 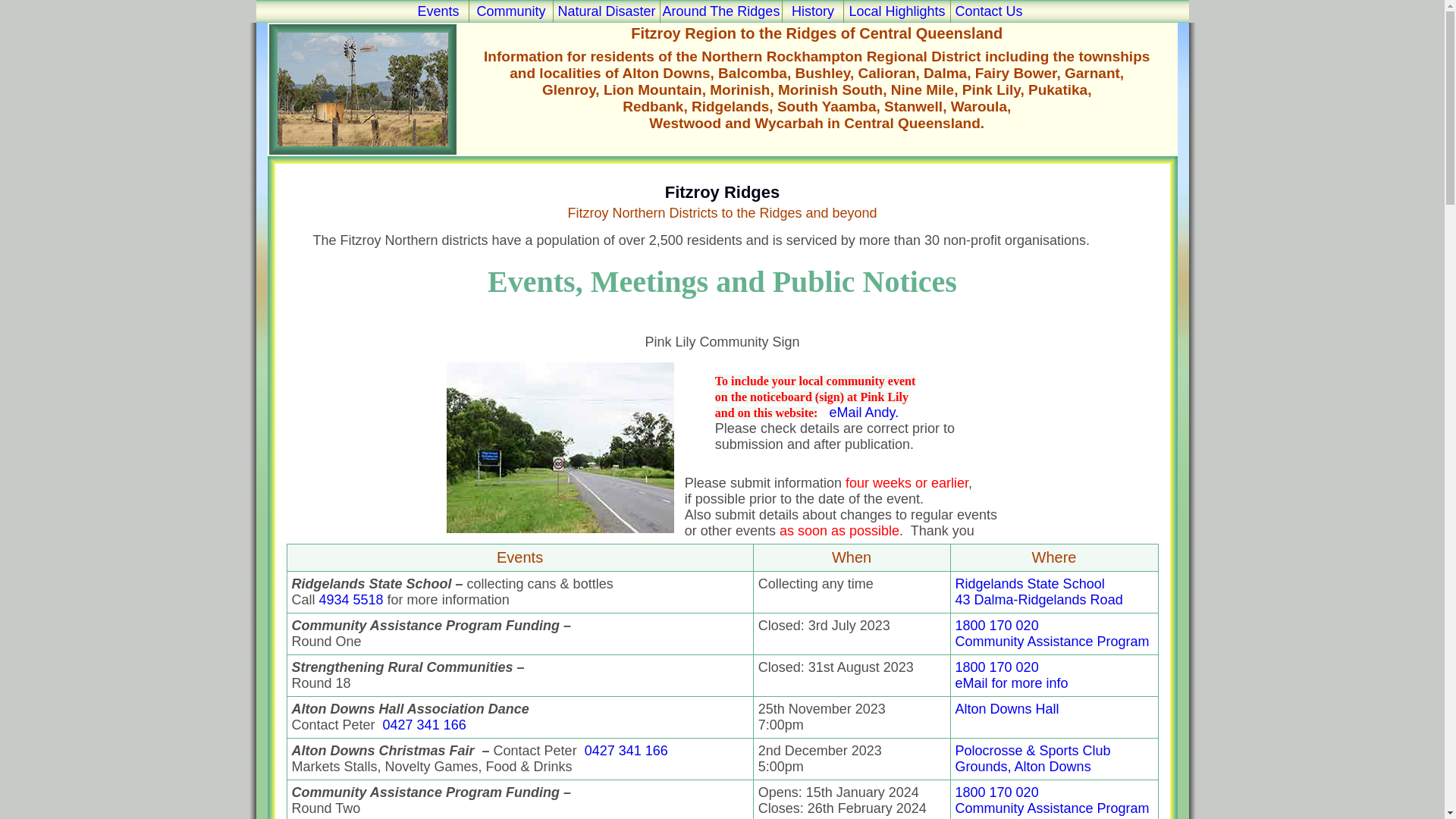 I want to click on 'eMail for more info', so click(x=954, y=683).